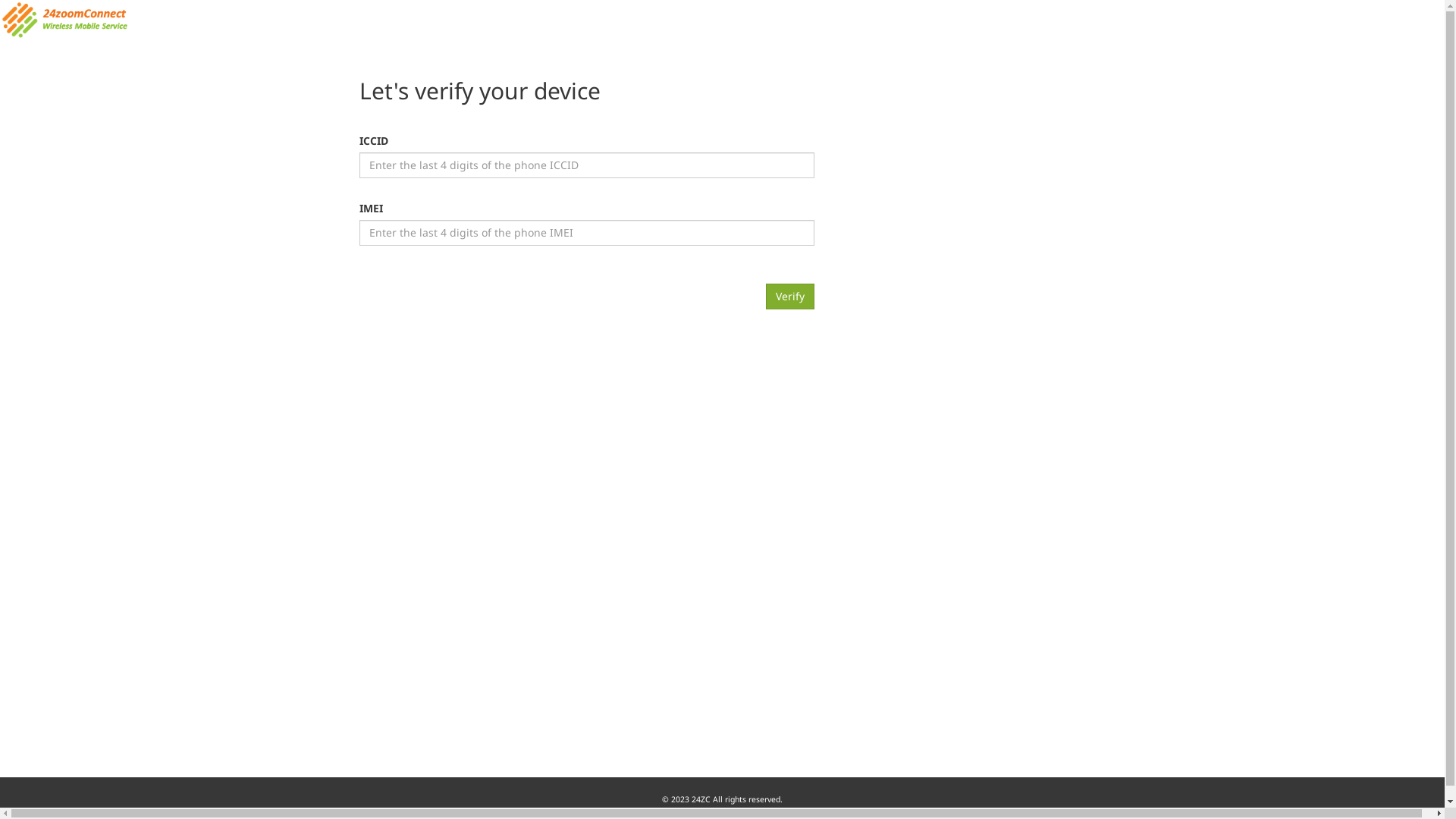  What do you see at coordinates (789, 296) in the screenshot?
I see `'Verify'` at bounding box center [789, 296].